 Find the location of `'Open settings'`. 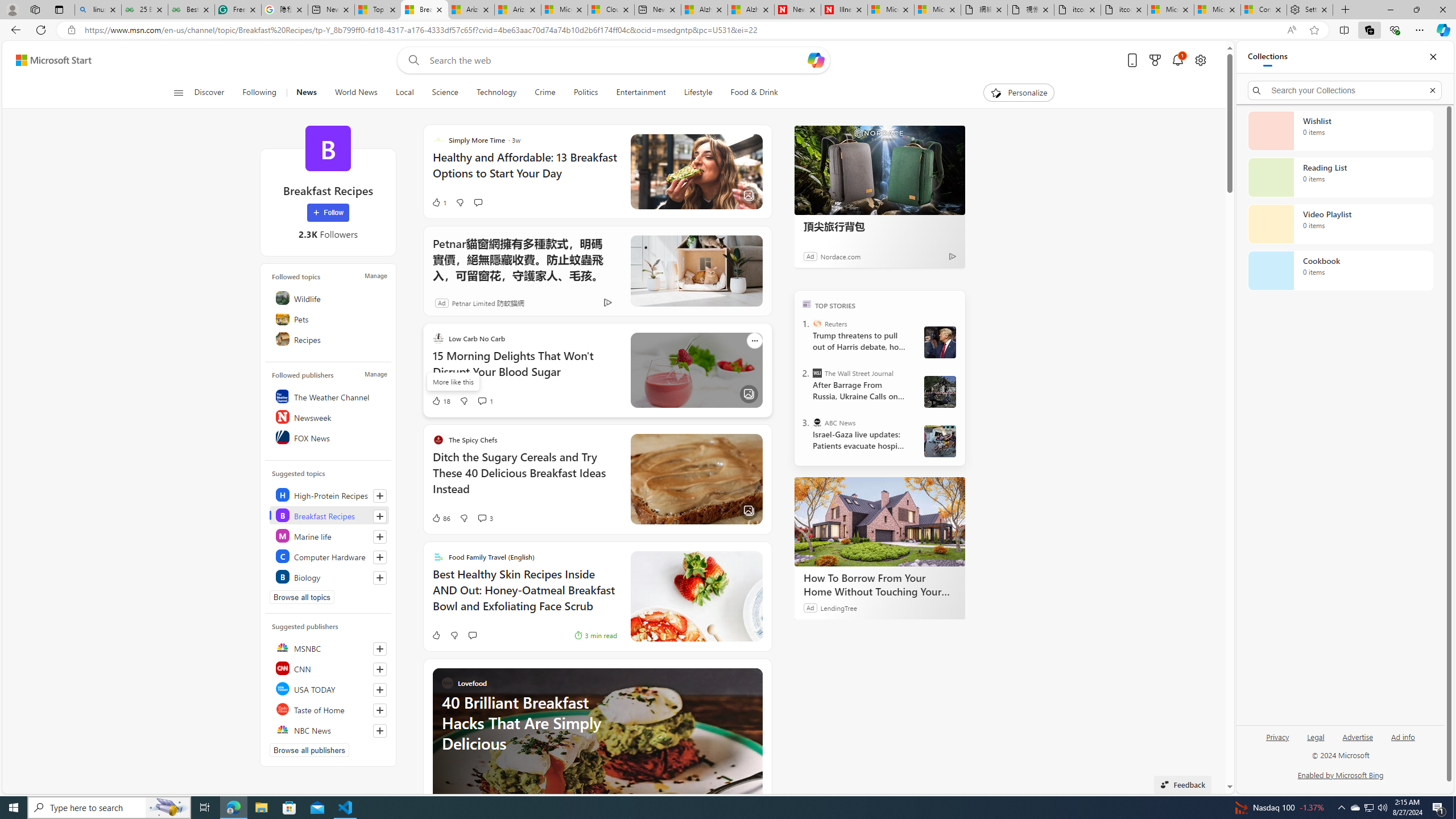

'Open settings' is located at coordinates (1199, 60).